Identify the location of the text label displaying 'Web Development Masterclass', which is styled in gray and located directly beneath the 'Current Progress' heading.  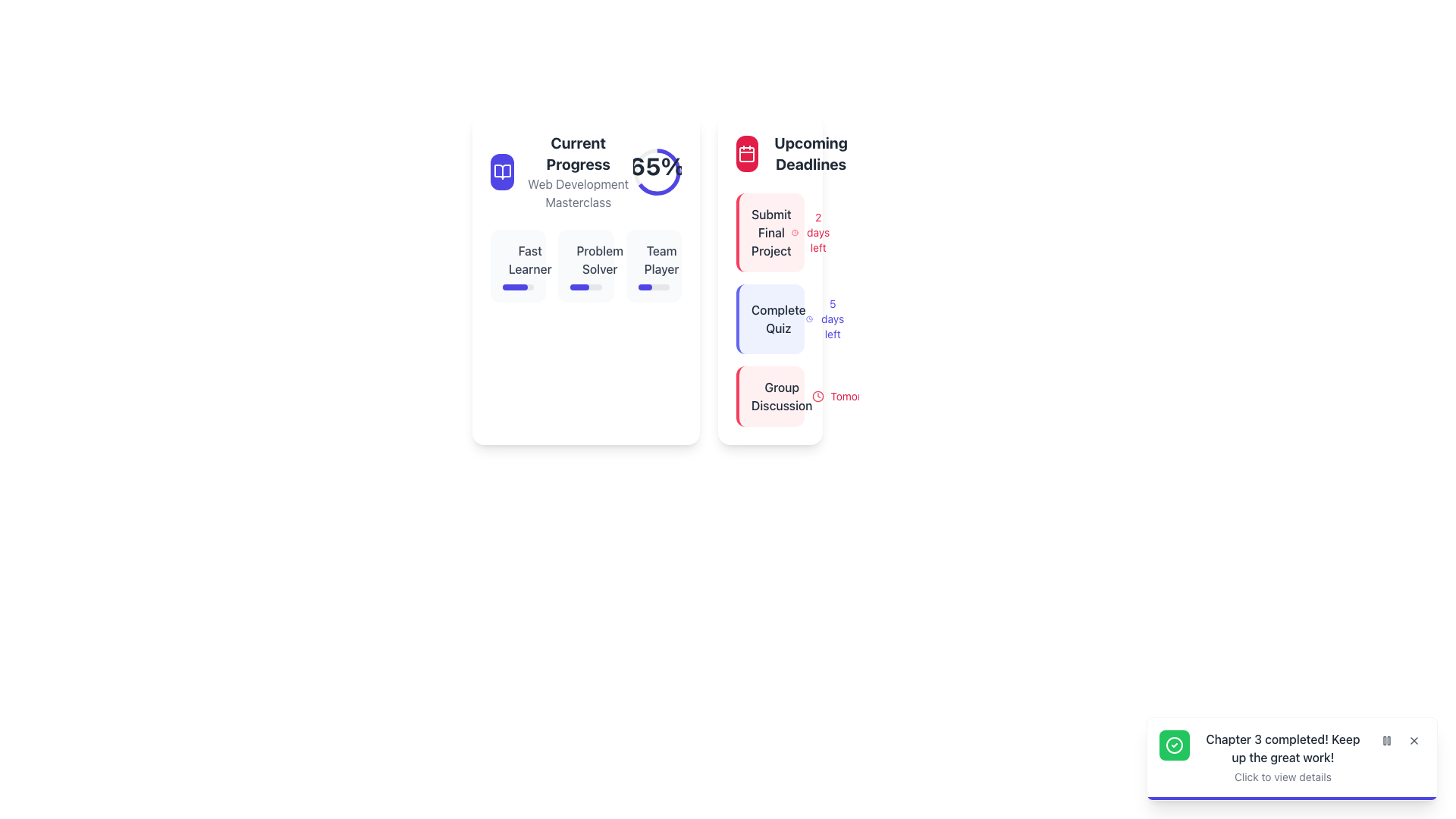
(577, 192).